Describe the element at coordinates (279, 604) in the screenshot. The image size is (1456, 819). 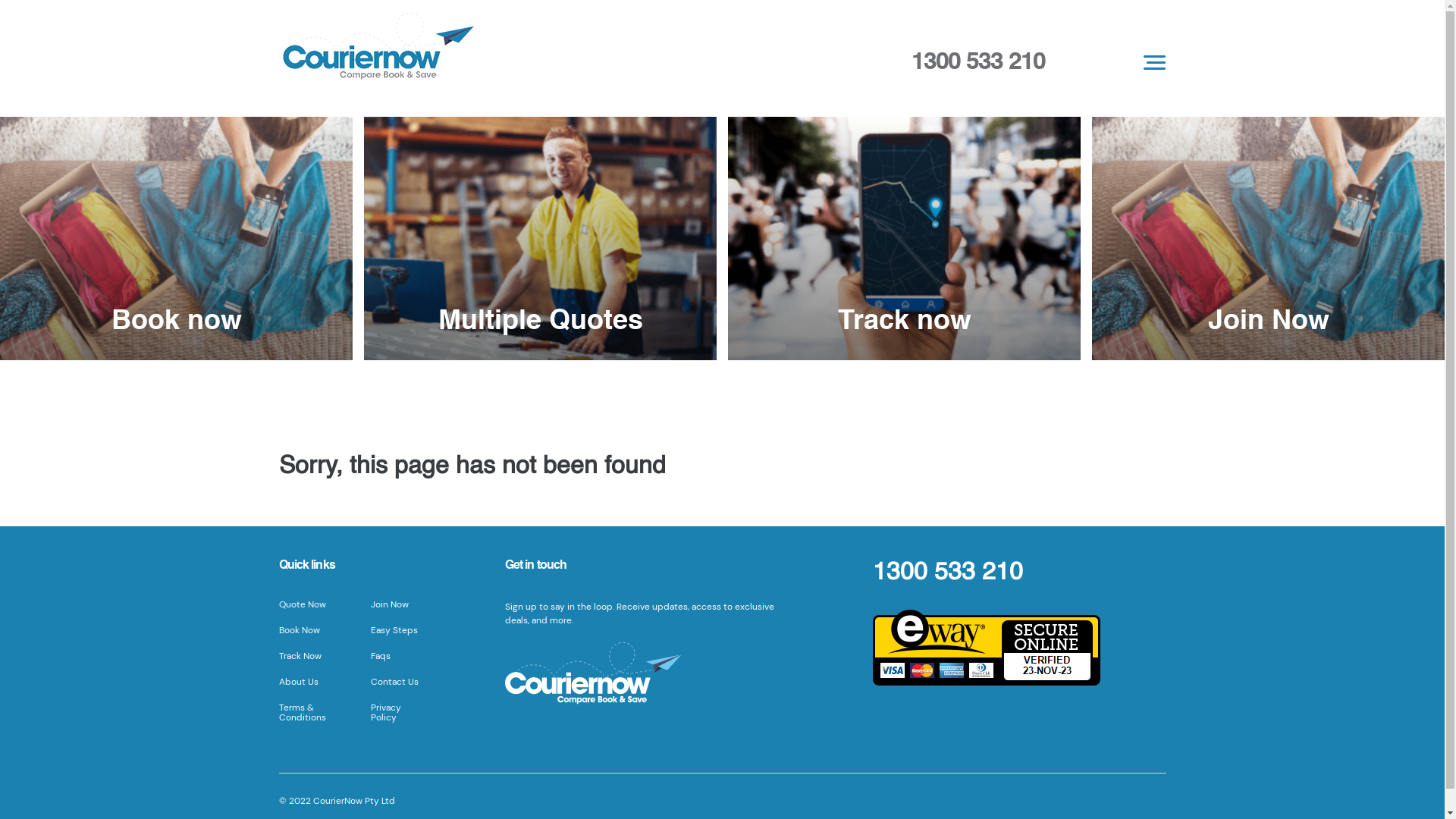
I see `'Quote Now'` at that location.